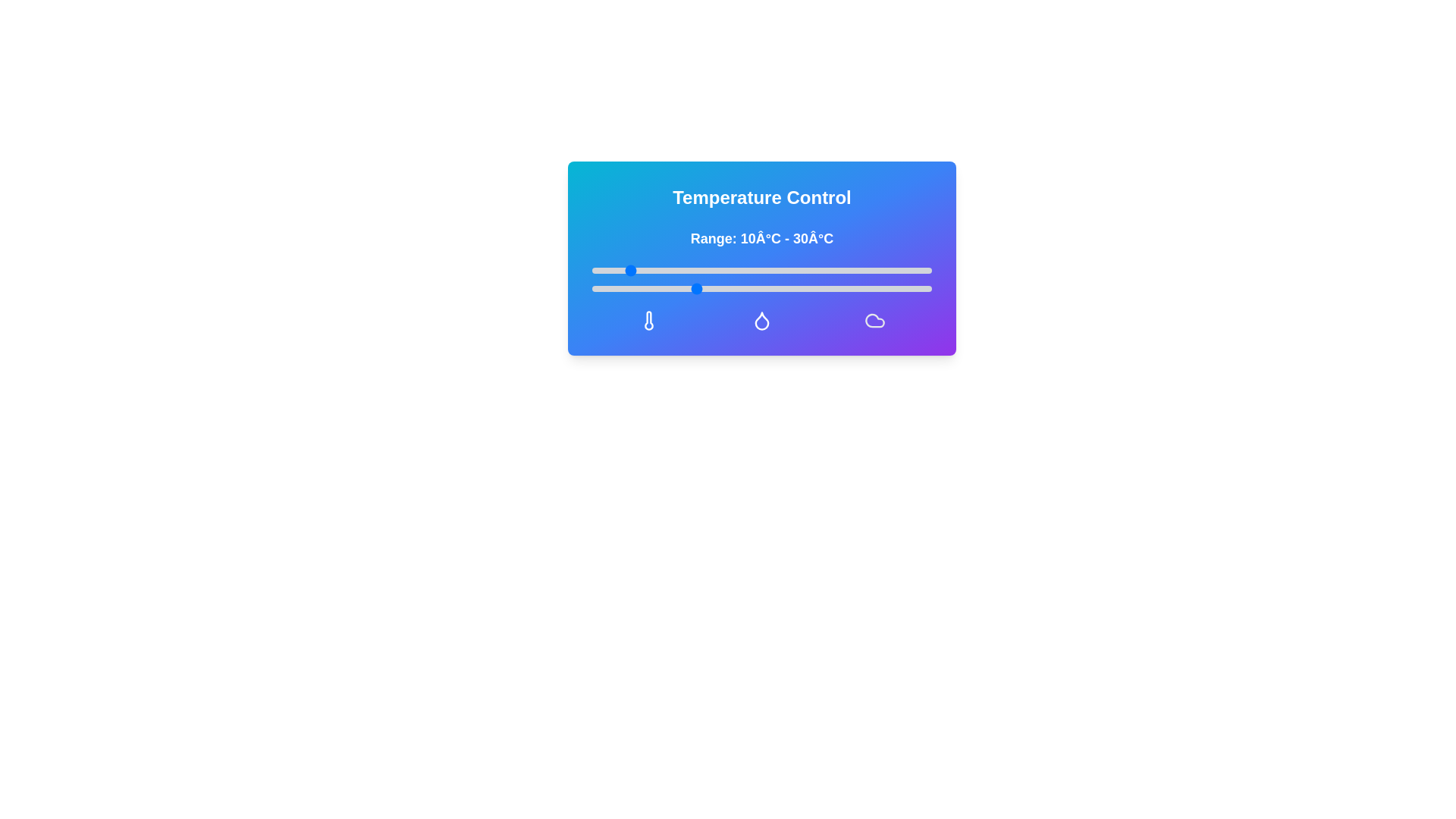 The image size is (1456, 819). Describe the element at coordinates (676, 270) in the screenshot. I see `the temperature` at that location.